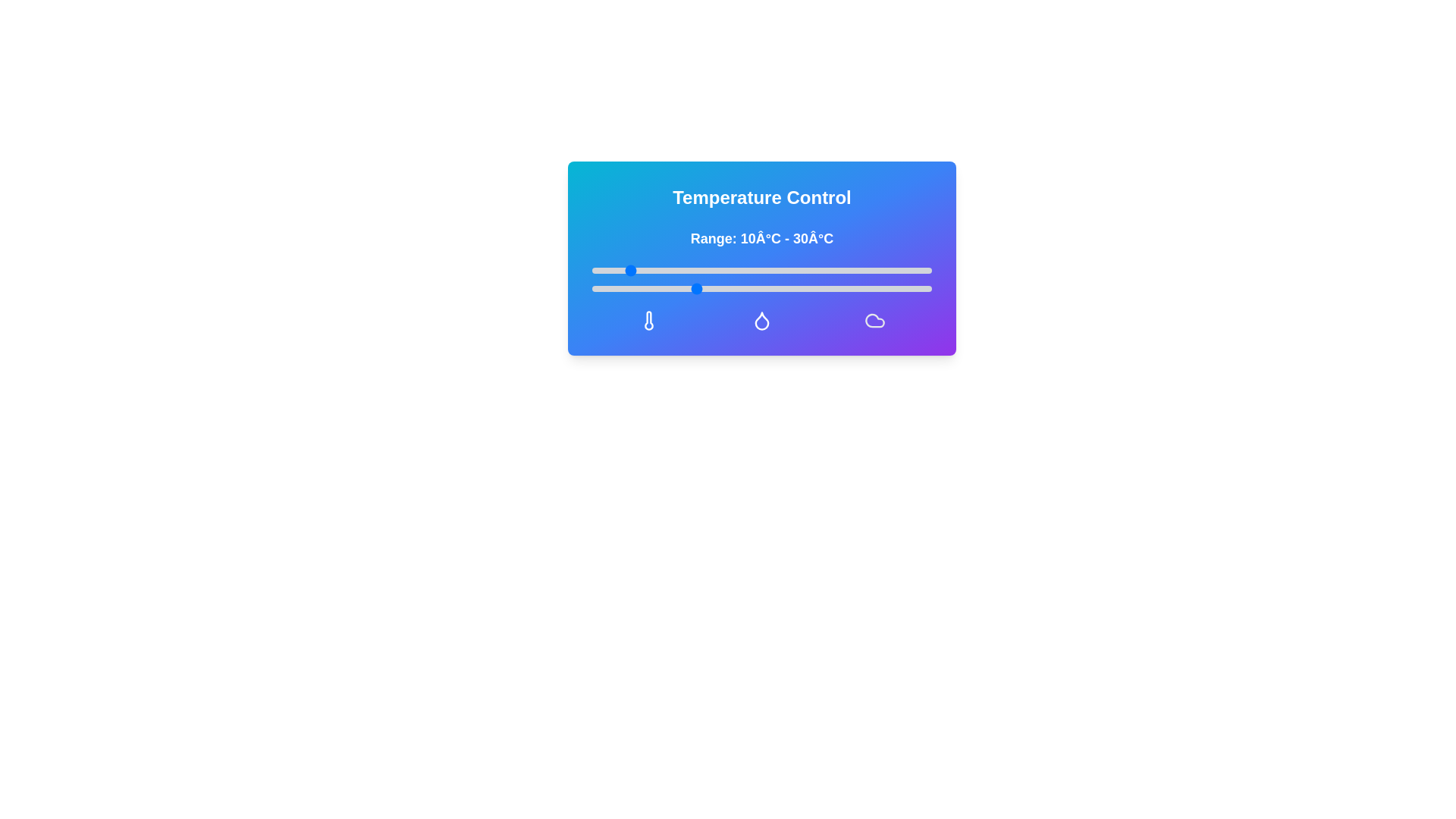 The image size is (1456, 819). Describe the element at coordinates (676, 270) in the screenshot. I see `the temperature` at that location.